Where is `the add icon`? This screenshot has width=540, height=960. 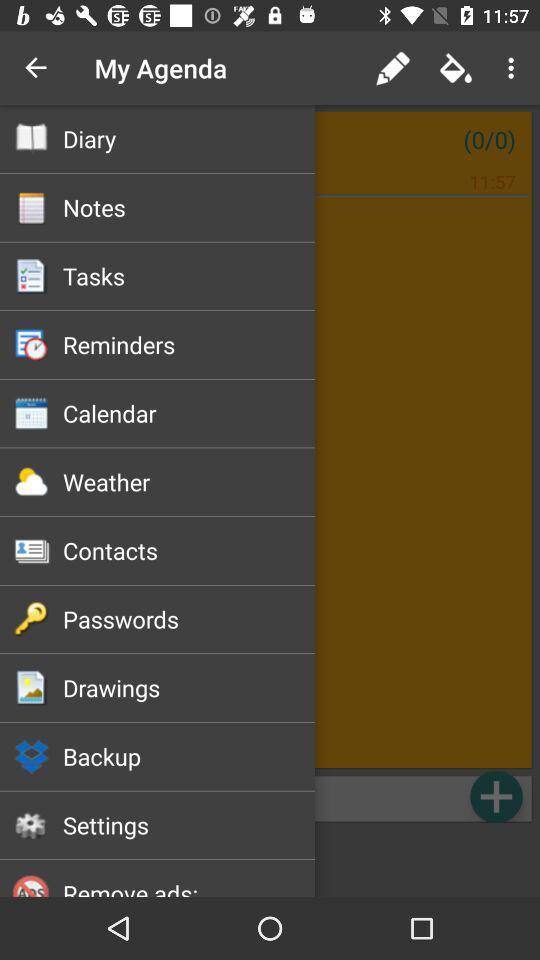
the add icon is located at coordinates (495, 796).